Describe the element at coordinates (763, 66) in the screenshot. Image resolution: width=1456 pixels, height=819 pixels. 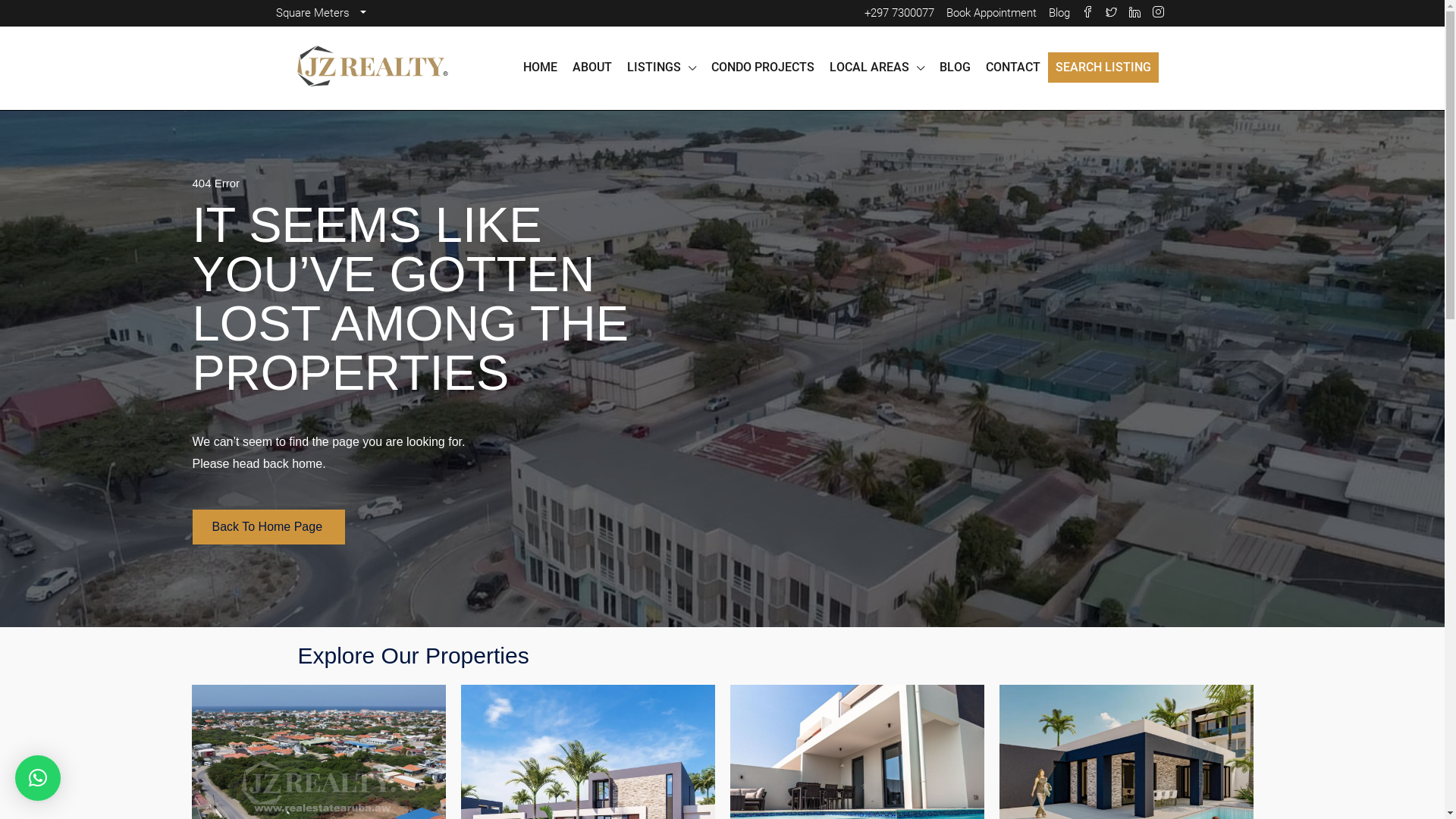
I see `'CONDO PROJECTS'` at that location.